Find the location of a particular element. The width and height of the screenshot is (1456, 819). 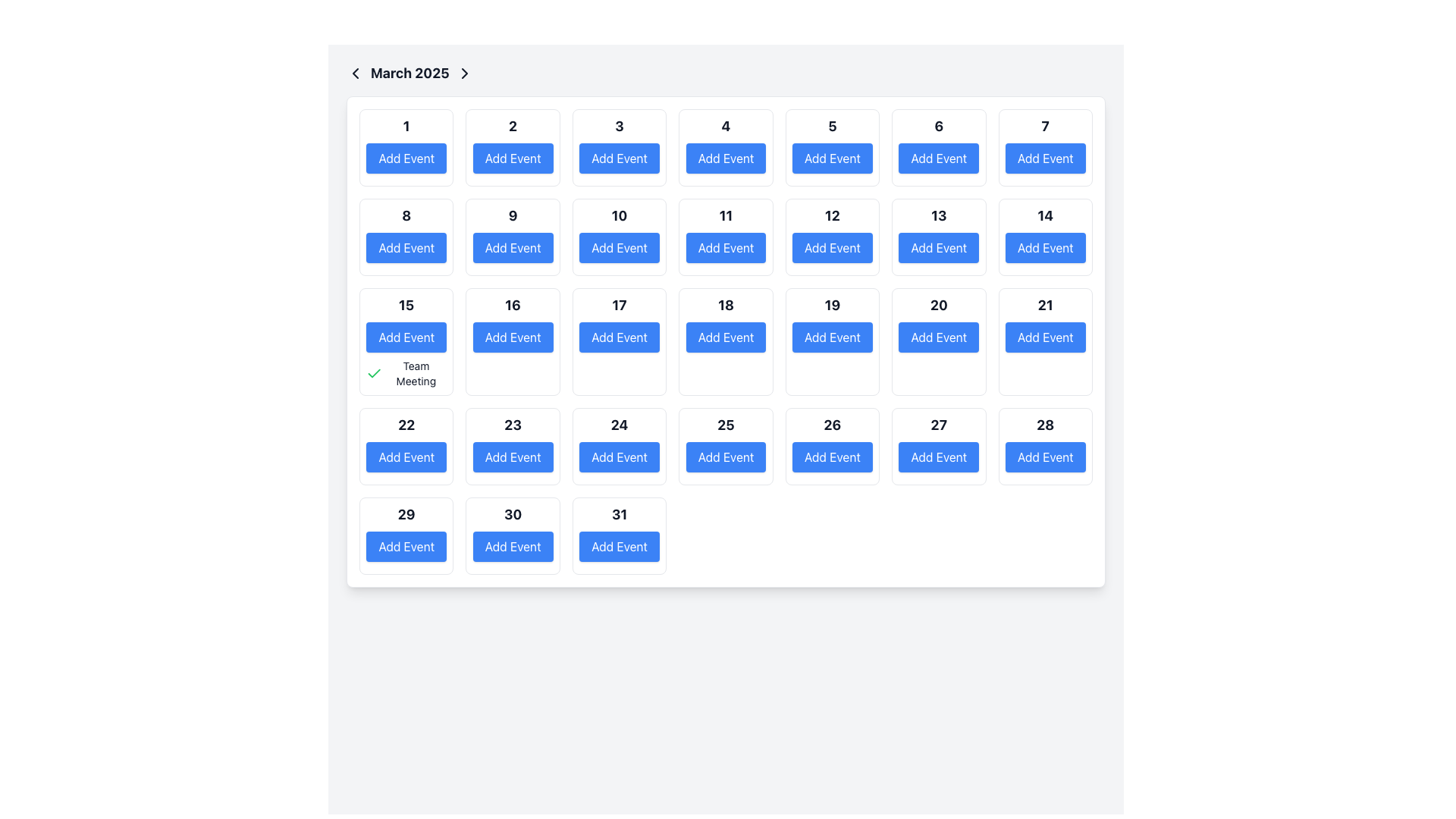

the static text label displaying the number '28', which is bold and slightly enlarged, located above the blue 'Add Event' button in the calendar cell for the 28th day is located at coordinates (1044, 425).